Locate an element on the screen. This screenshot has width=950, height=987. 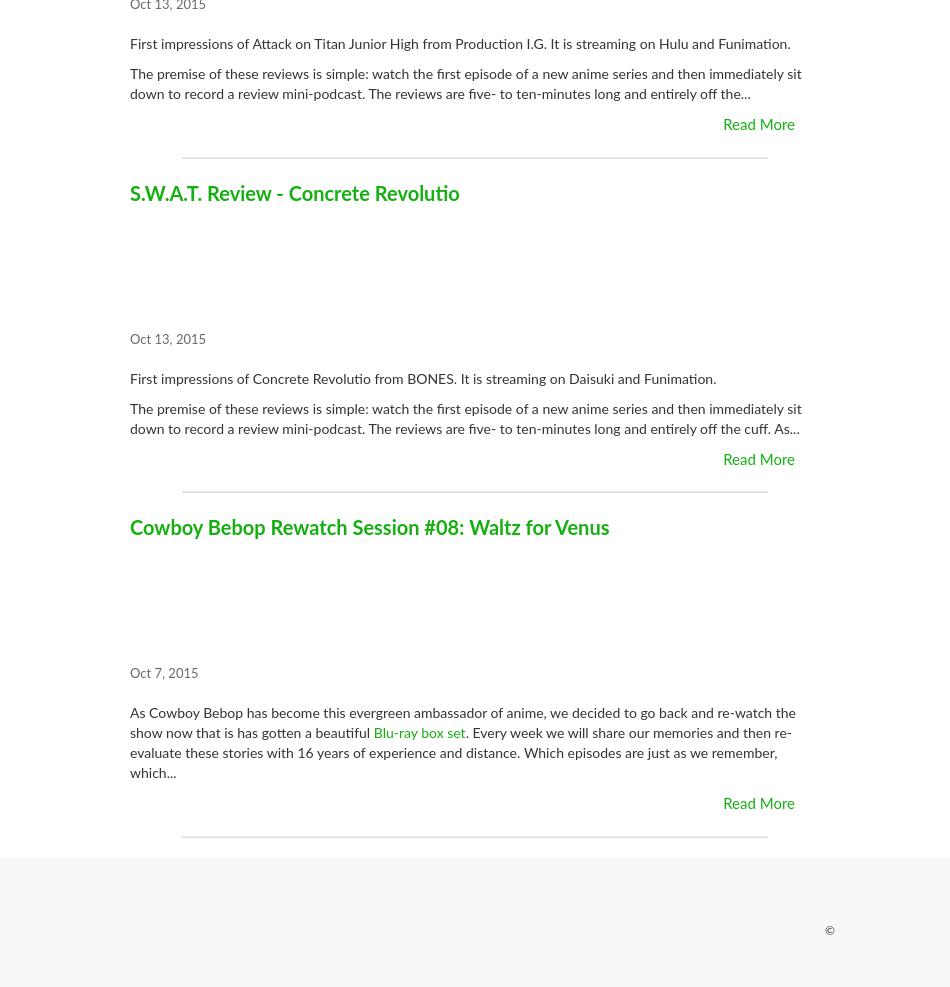
'Cowboy Bebop Rewatch Session #08: Waltz for Venus' is located at coordinates (368, 529).